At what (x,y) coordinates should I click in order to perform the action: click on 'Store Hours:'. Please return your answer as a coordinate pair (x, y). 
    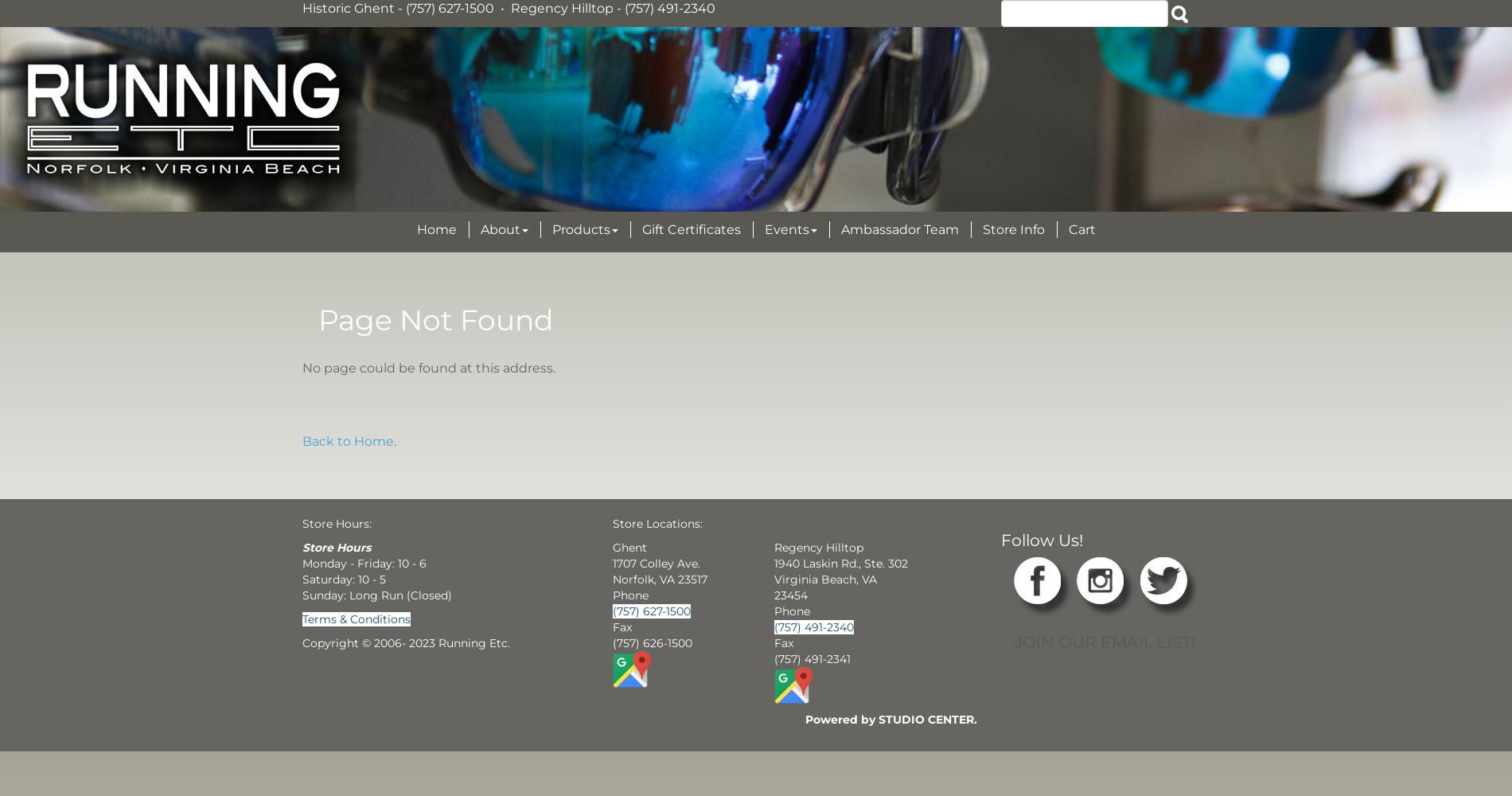
    Looking at the image, I should click on (336, 523).